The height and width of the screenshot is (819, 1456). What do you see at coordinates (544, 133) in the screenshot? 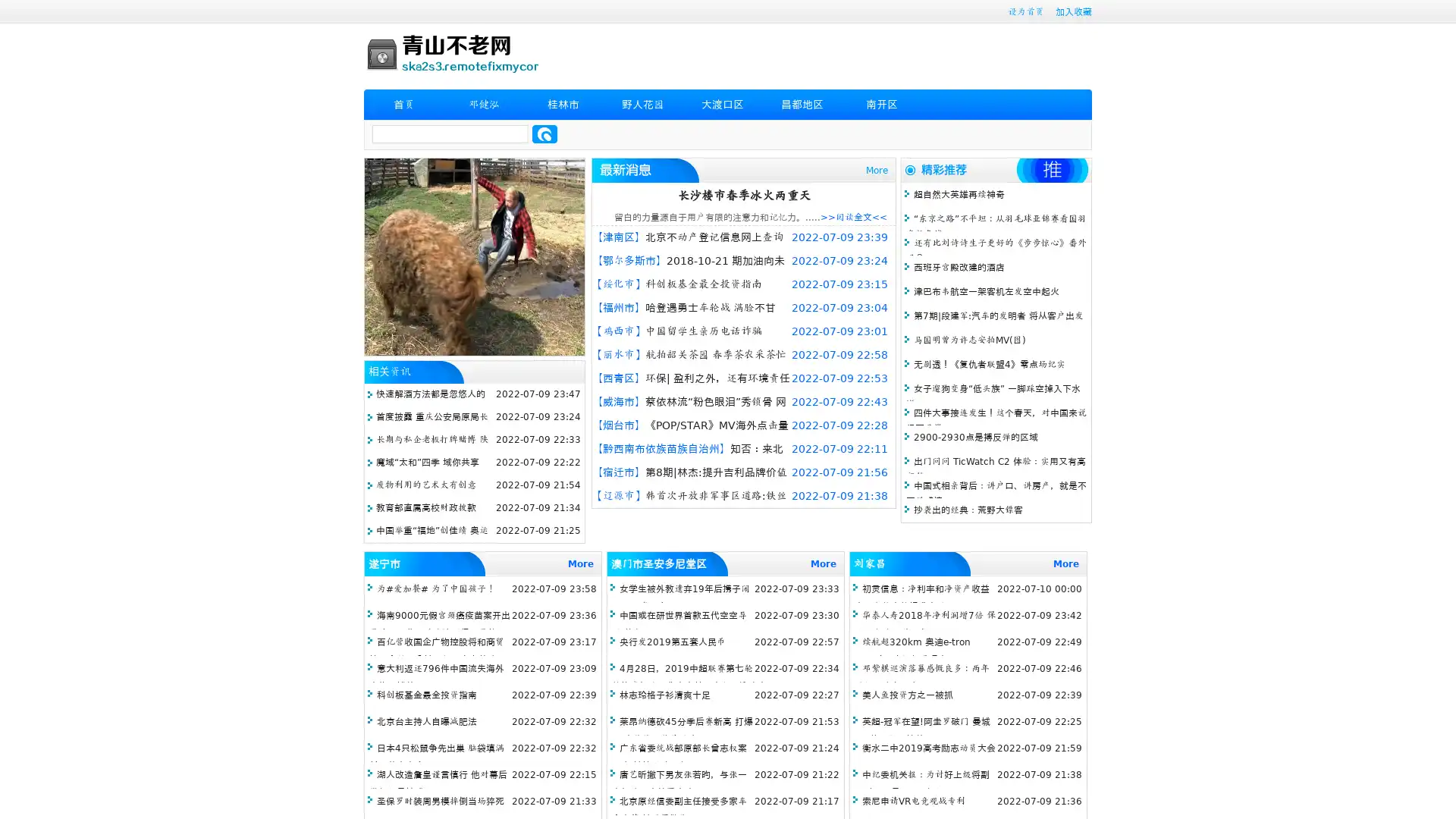
I see `Search` at bounding box center [544, 133].